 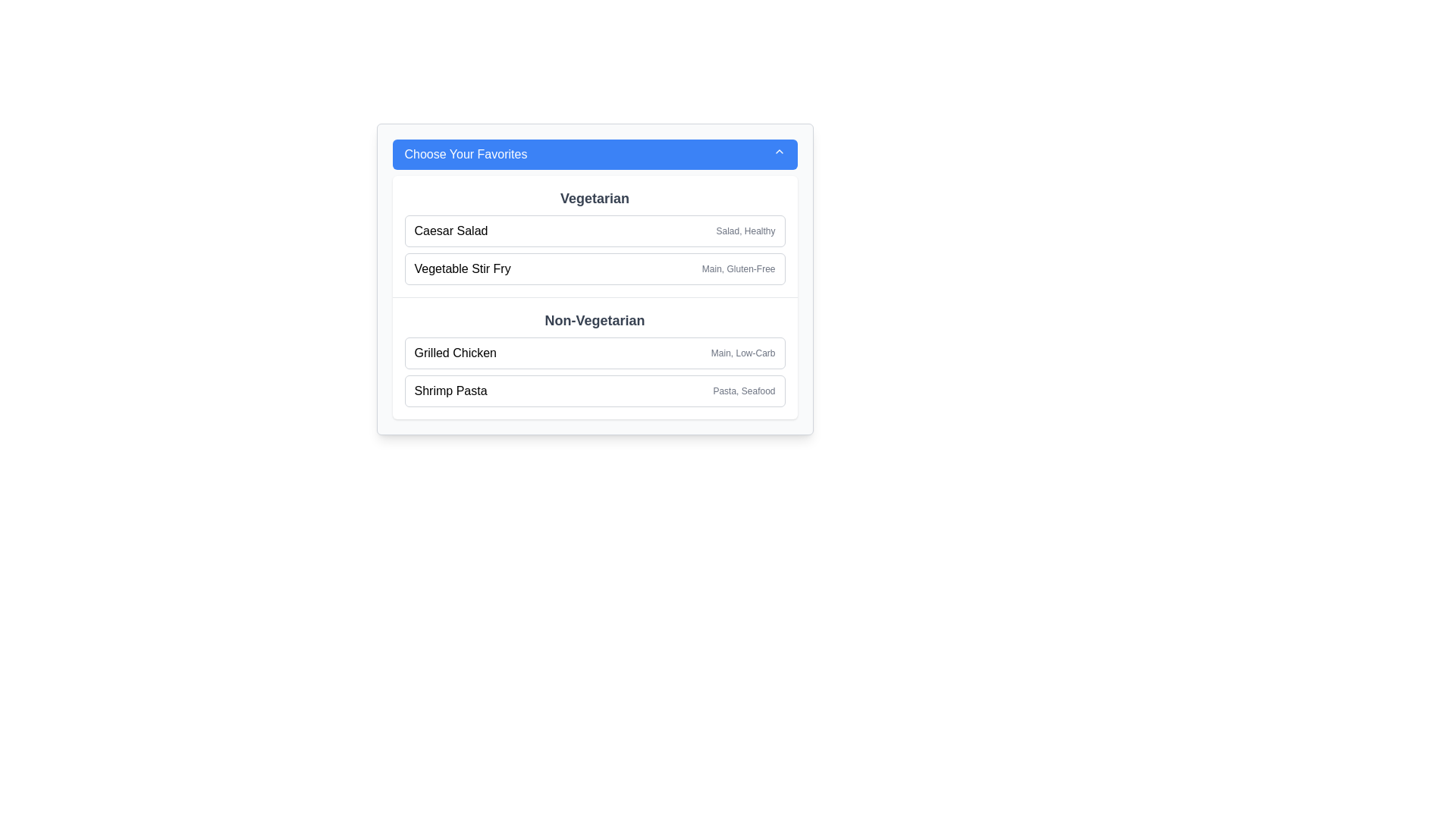 I want to click on the 'Main' low-carb text label located in the 'Non-Vegetarian' section under the 'Grilled Chicken' item, so click(x=743, y=353).